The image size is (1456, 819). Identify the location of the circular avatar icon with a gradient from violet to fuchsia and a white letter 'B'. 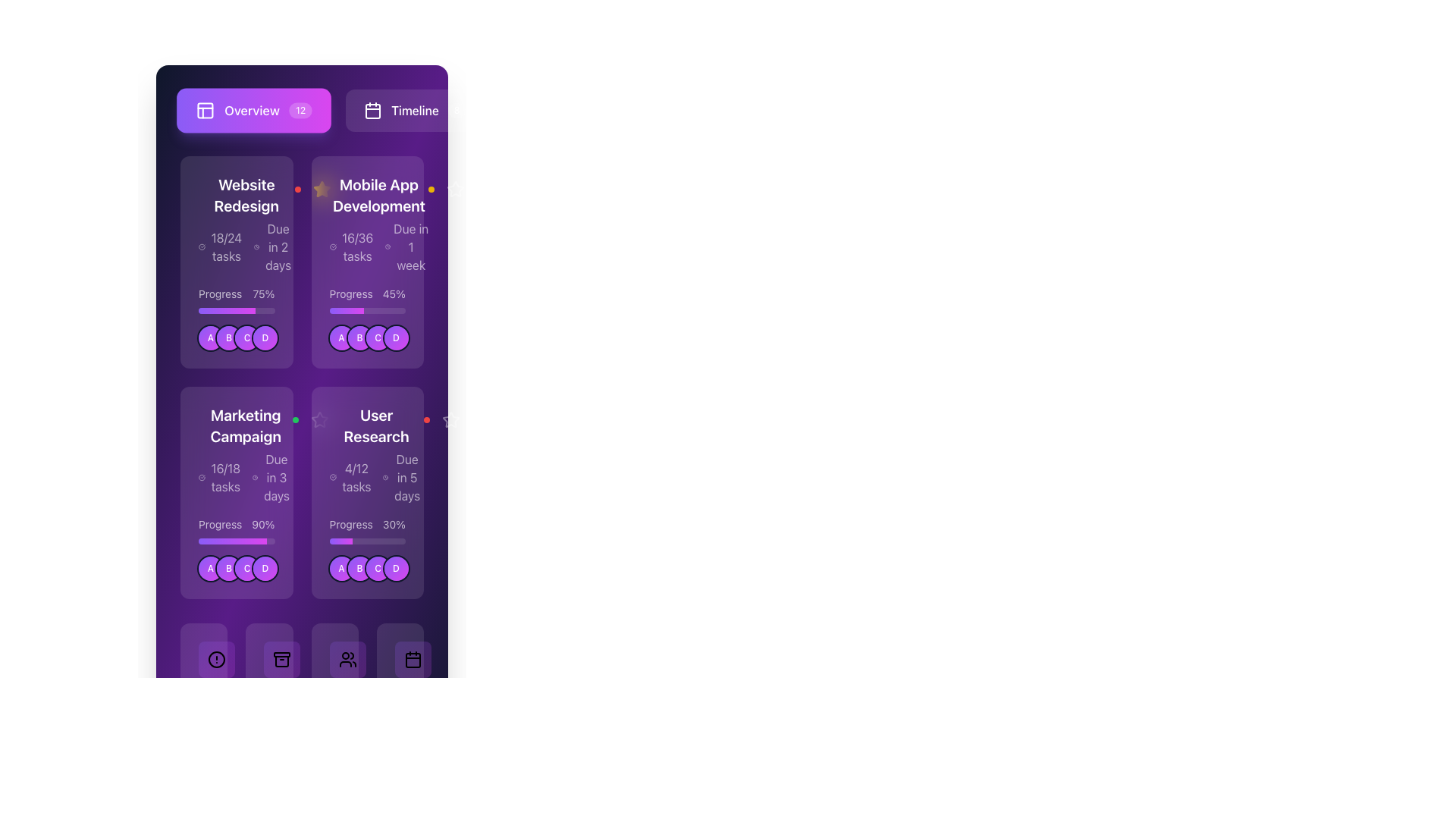
(359, 568).